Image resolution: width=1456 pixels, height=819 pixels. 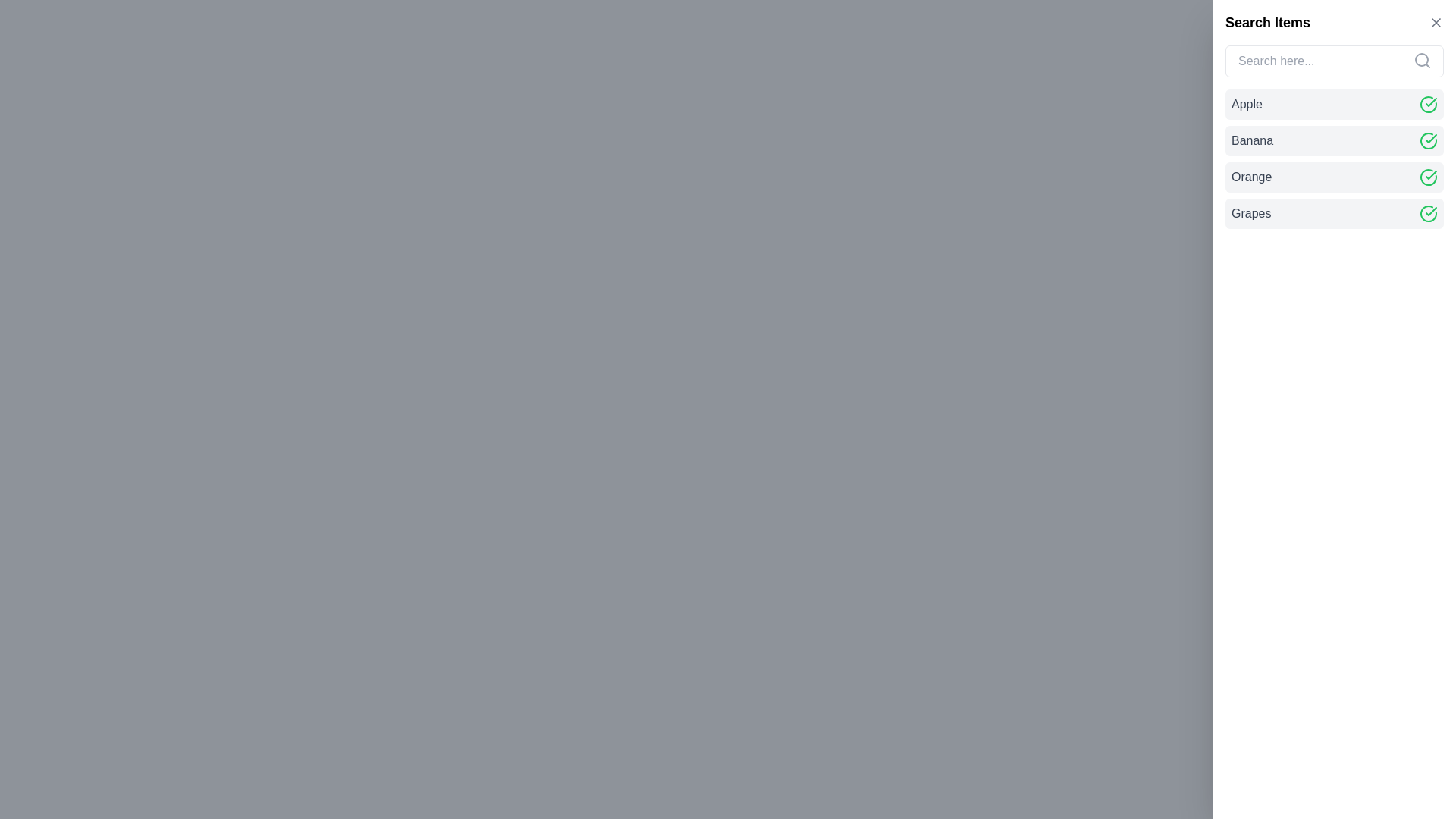 I want to click on the visual indicator icon for the item labeled 'Orange', located in the third row of the list and in the rightmost column, so click(x=1427, y=177).